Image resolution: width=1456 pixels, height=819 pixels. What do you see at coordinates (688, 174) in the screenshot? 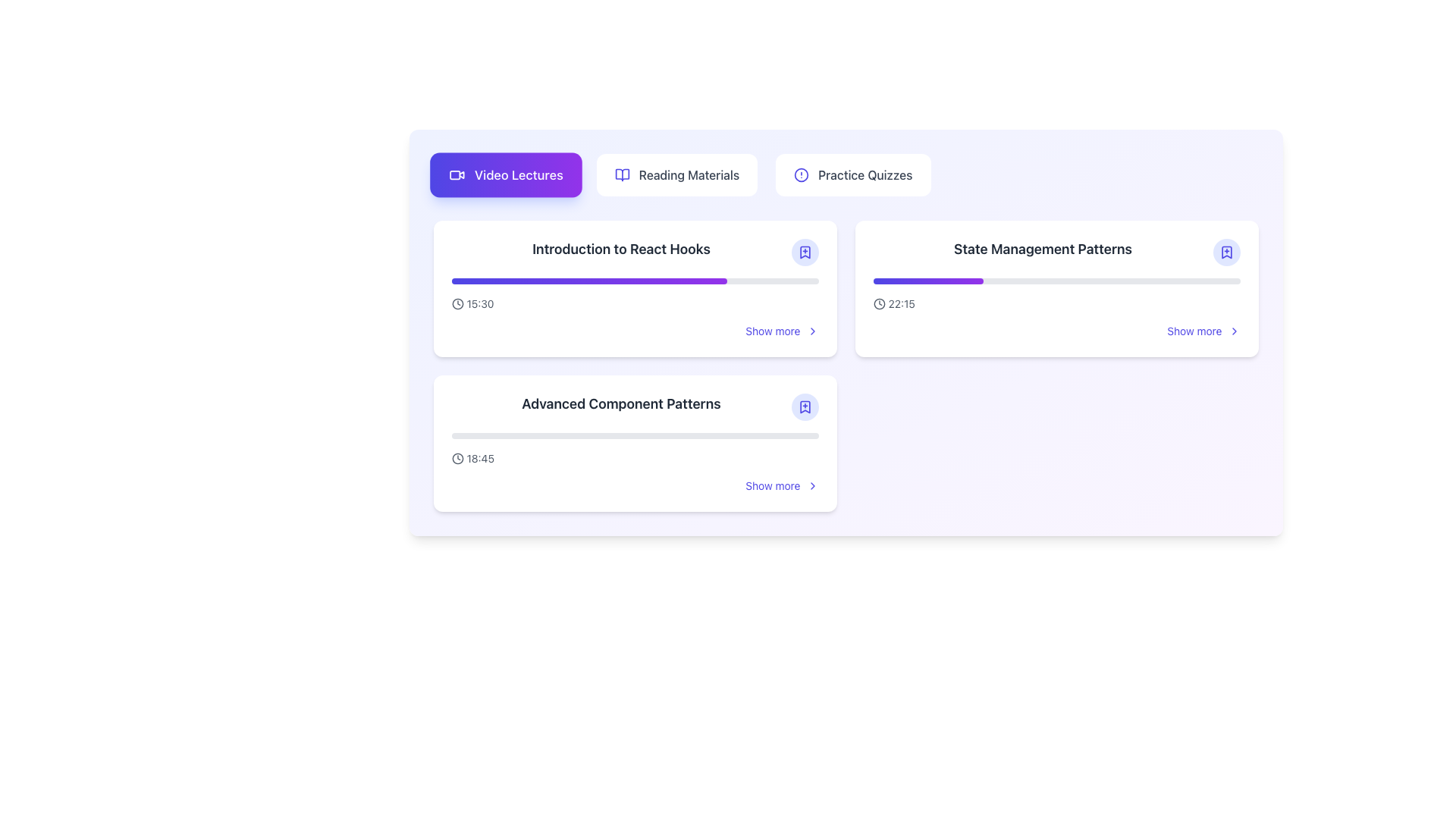
I see `the 'Reading Materials' text label located in the middle of the navigation bar, between 'Video Lectures' and 'Practice Quizzes'` at bounding box center [688, 174].